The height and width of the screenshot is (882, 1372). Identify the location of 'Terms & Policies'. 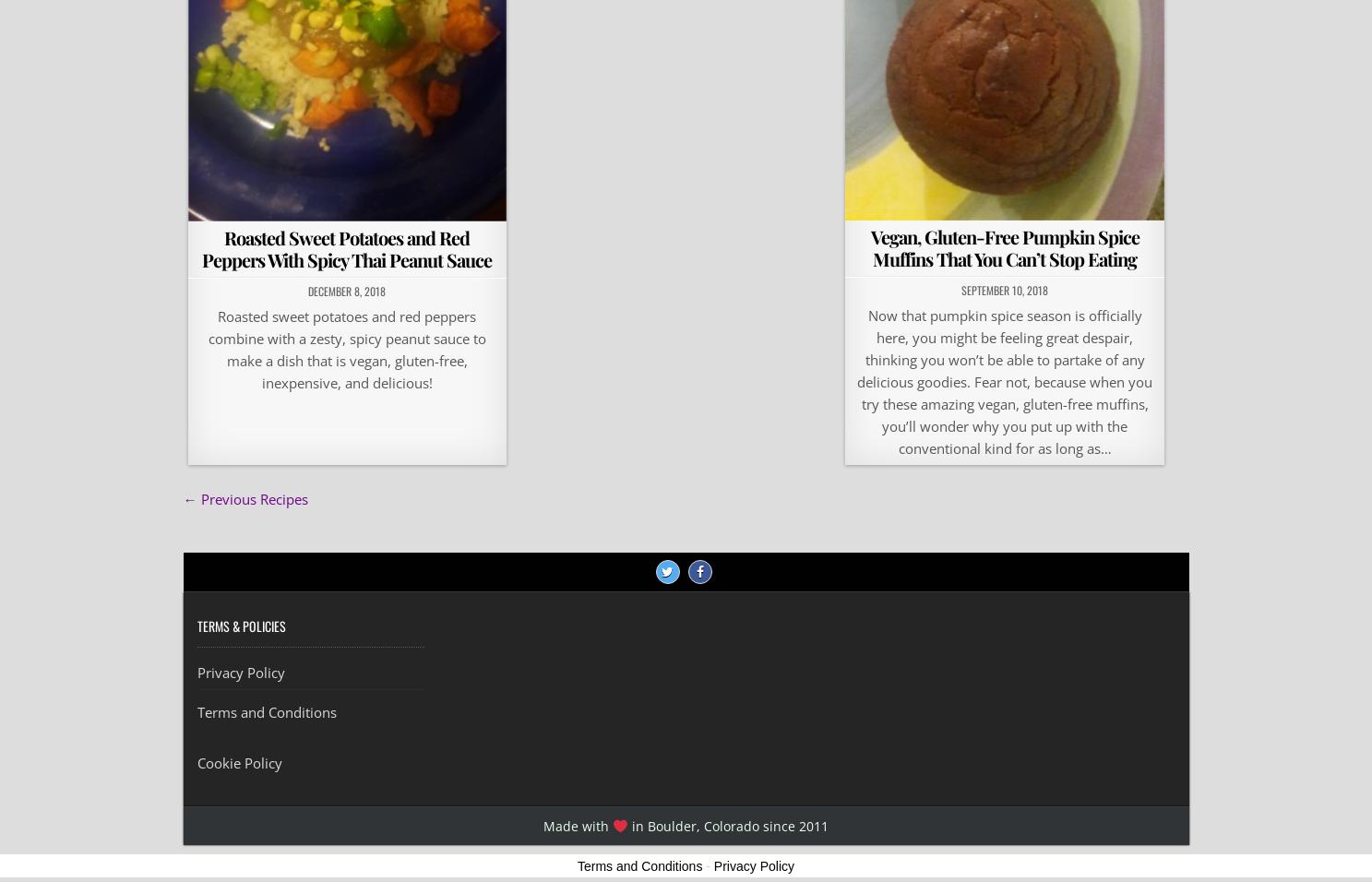
(240, 626).